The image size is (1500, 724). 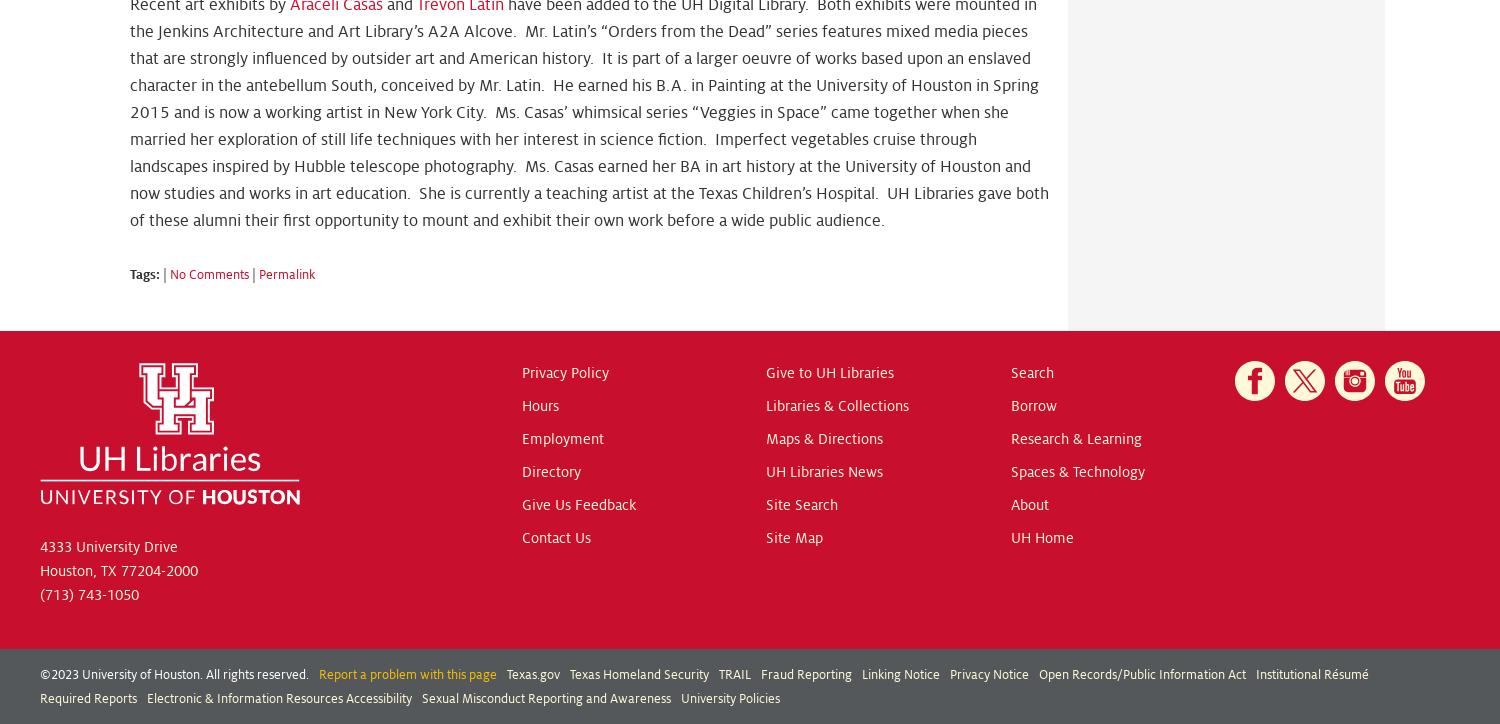 I want to click on 'Spaces & Technology', so click(x=1076, y=470).